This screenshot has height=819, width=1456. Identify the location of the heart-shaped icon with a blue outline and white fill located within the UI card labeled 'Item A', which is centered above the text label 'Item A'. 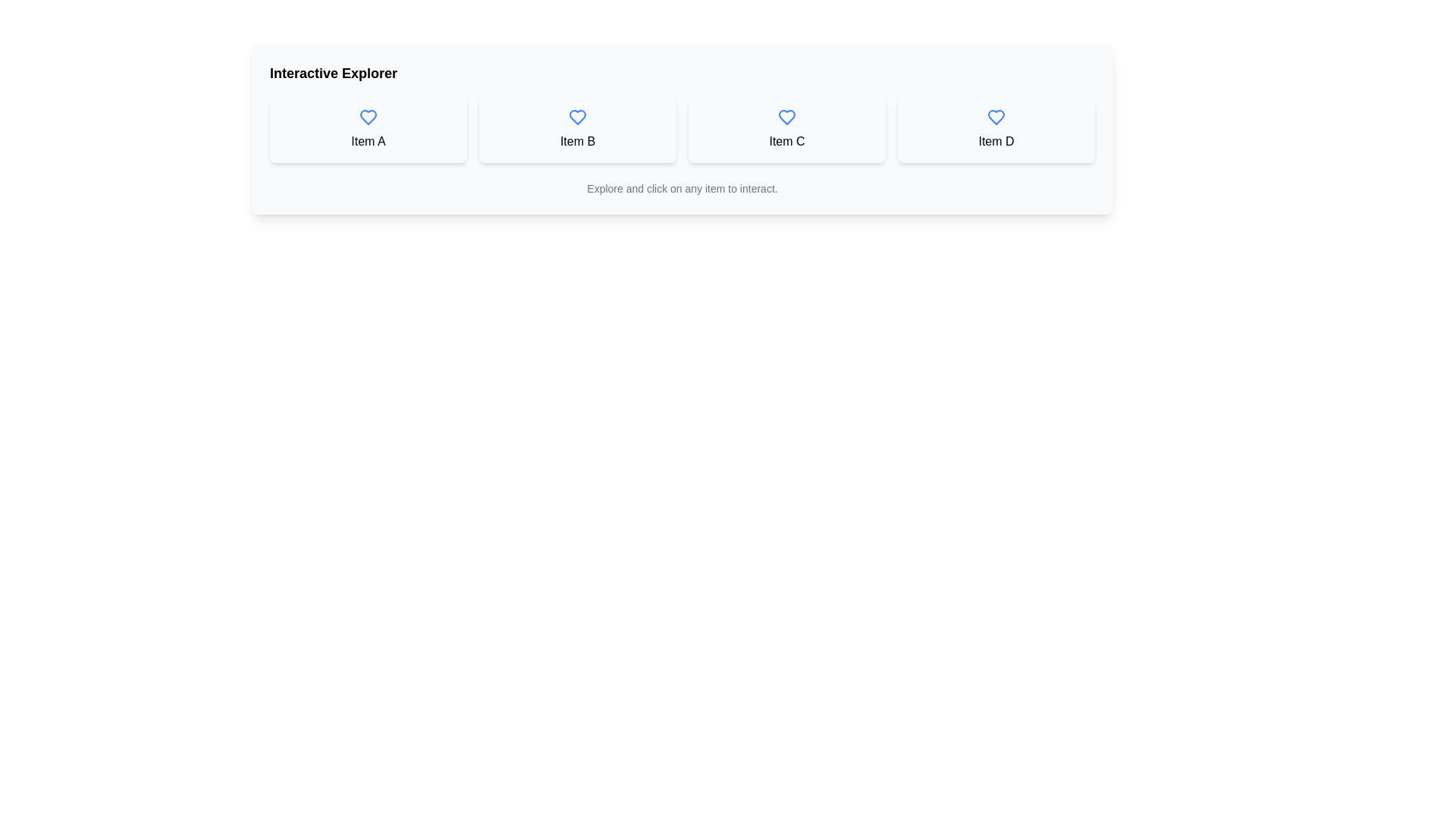
(368, 116).